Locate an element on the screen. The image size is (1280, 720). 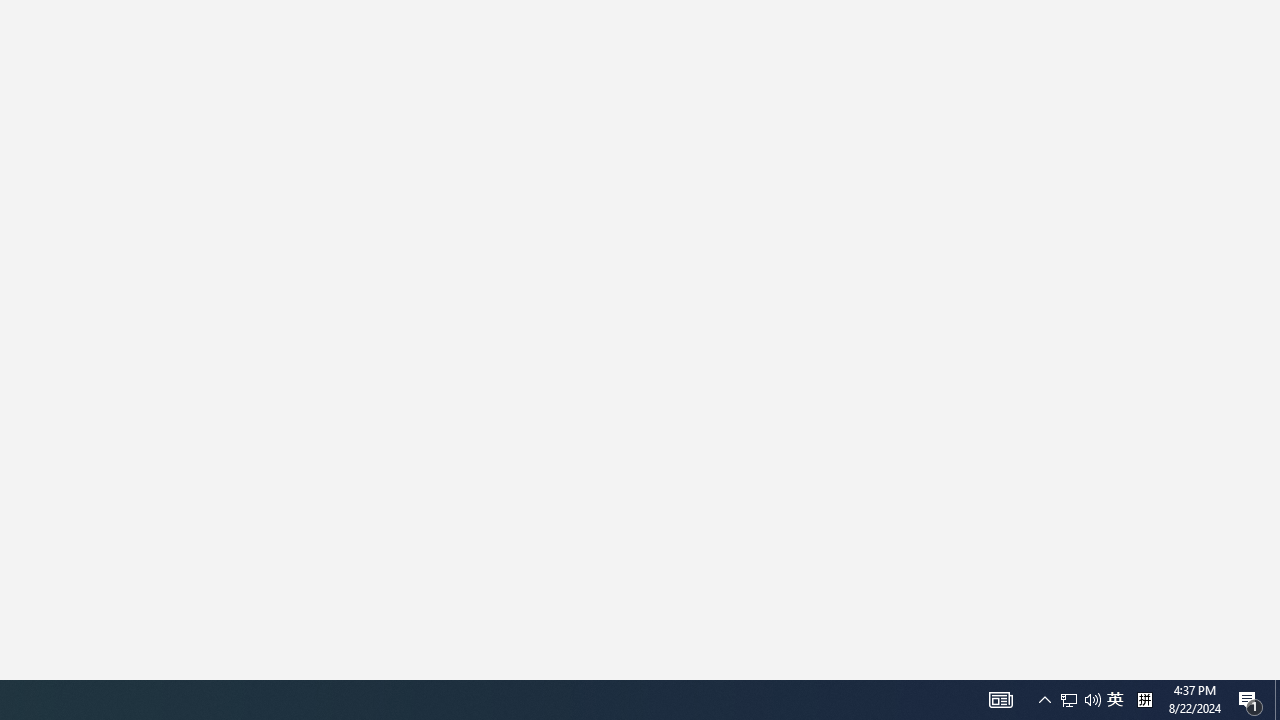
'Tray Input Indicator - Chinese (Simplified, China)' is located at coordinates (1144, 698).